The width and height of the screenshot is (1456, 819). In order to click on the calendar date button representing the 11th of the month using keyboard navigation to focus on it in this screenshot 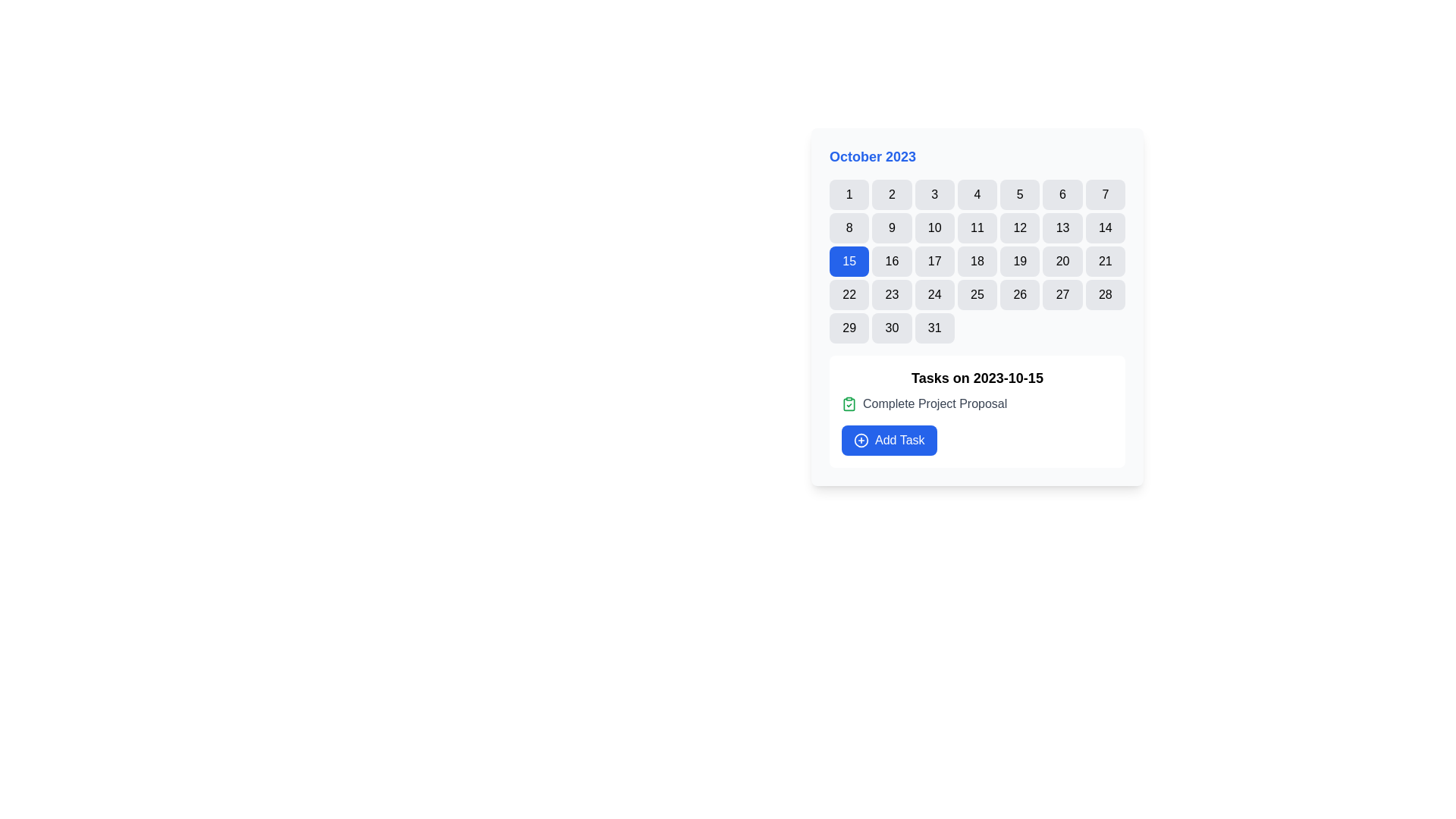, I will do `click(977, 227)`.